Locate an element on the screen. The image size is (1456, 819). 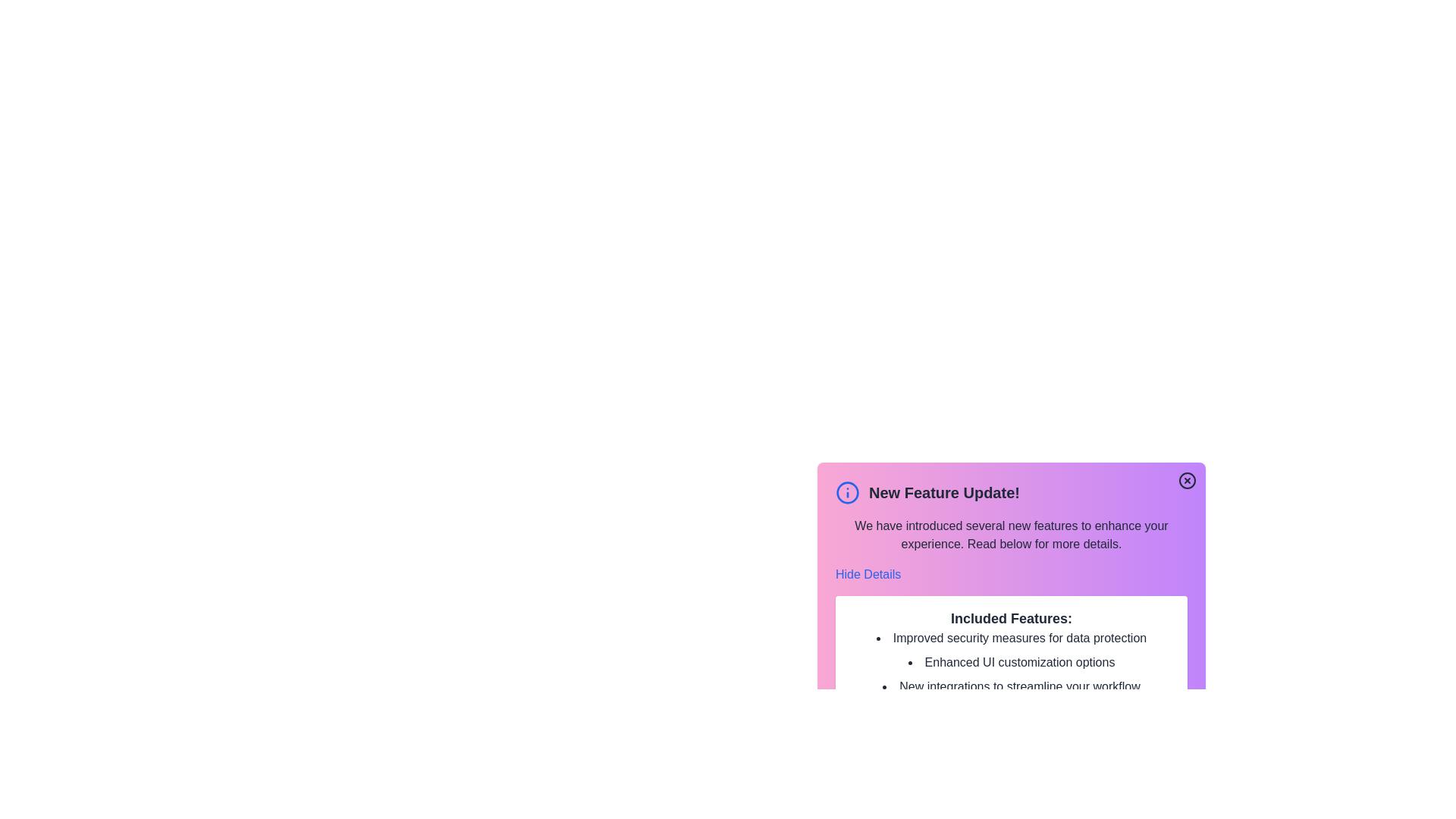
the 'Hide Details' button to toggle the visibility of the details section is located at coordinates (868, 575).